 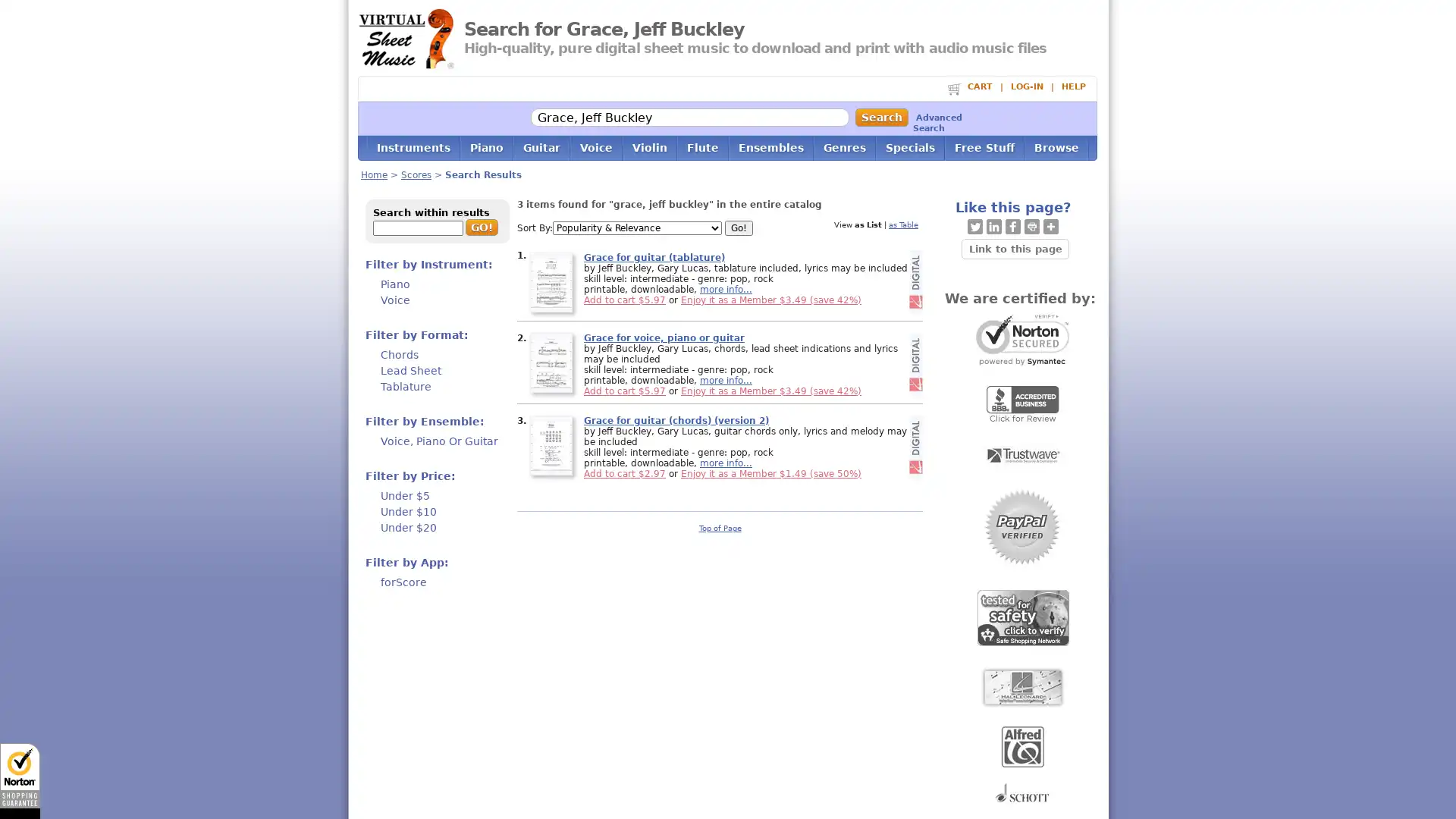 I want to click on Search, so click(x=880, y=116).